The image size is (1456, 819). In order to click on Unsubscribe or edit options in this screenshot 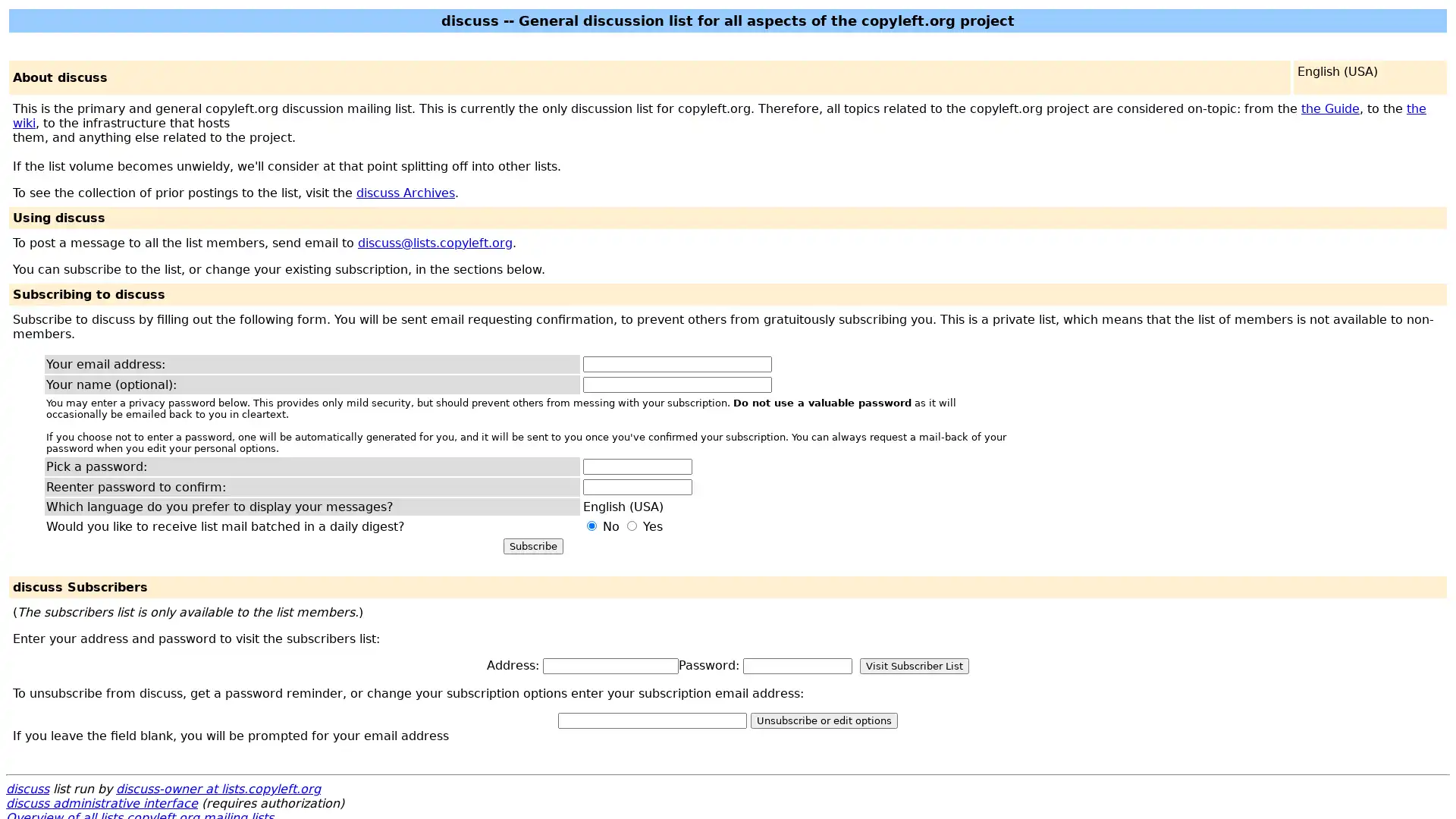, I will do `click(823, 720)`.